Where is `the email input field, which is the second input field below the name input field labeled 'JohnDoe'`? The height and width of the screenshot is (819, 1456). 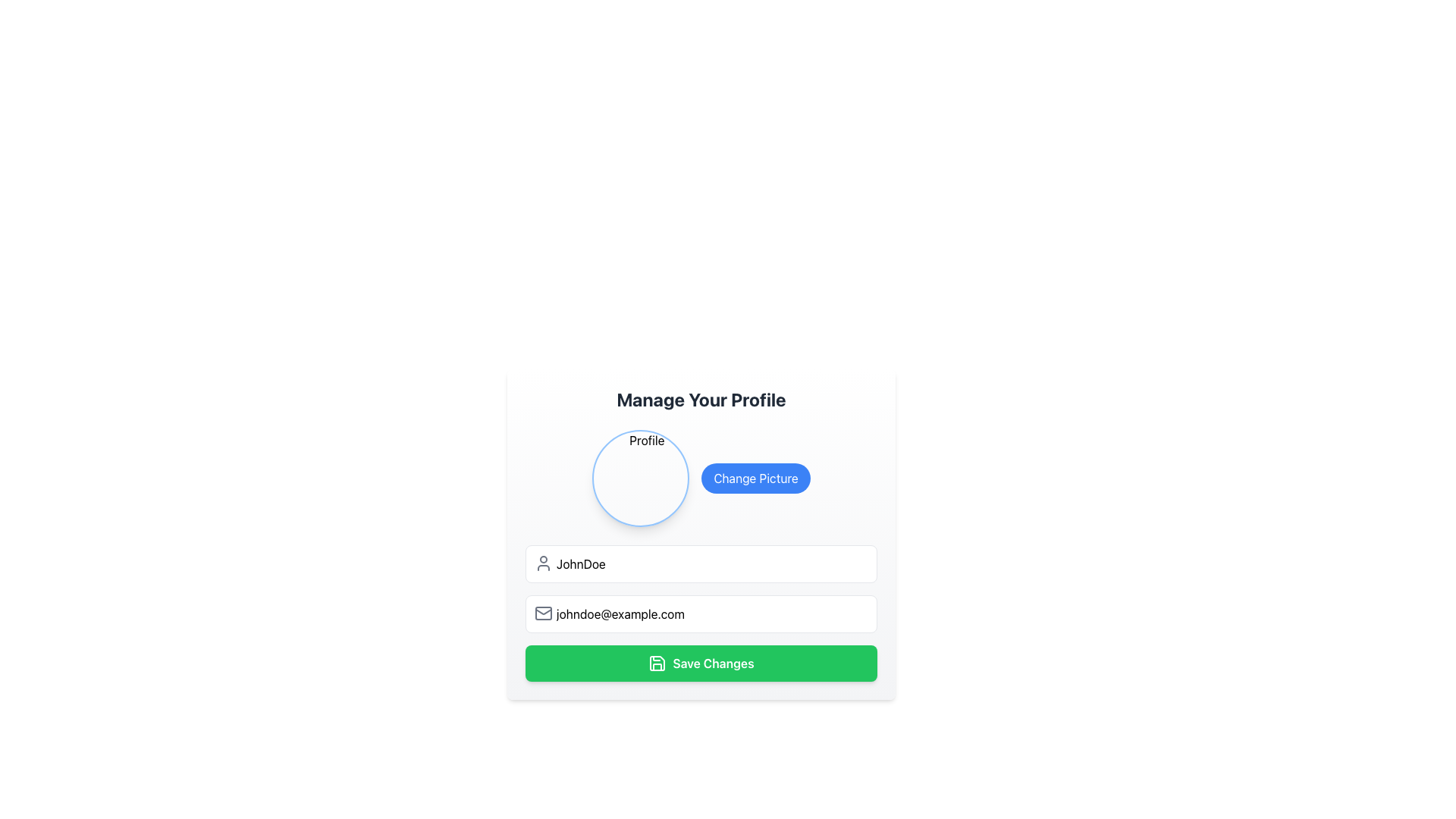
the email input field, which is the second input field below the name input field labeled 'JohnDoe' is located at coordinates (701, 613).